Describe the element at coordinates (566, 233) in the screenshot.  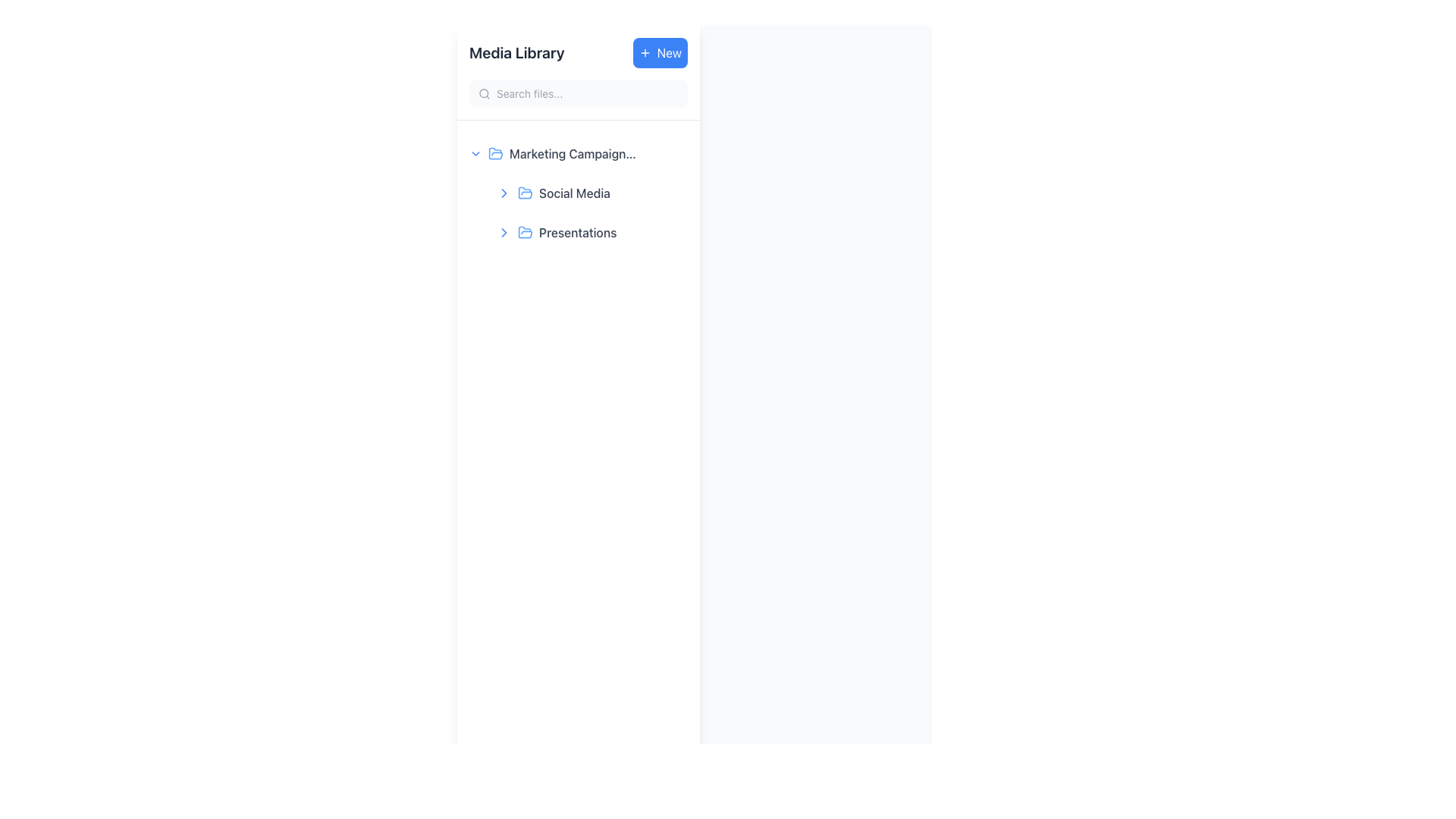
I see `the 'Presentations' text label` at that location.